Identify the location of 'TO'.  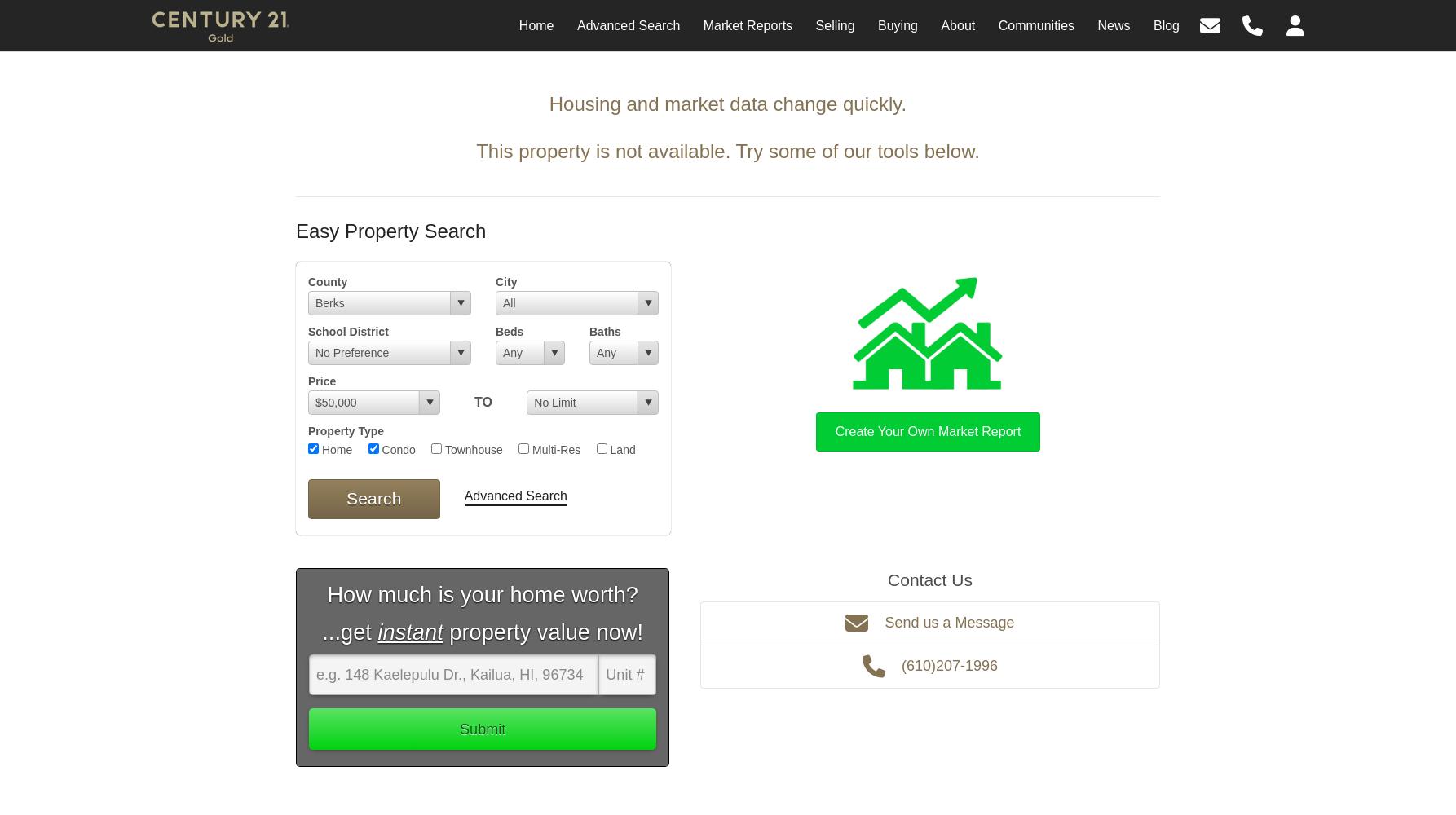
(482, 401).